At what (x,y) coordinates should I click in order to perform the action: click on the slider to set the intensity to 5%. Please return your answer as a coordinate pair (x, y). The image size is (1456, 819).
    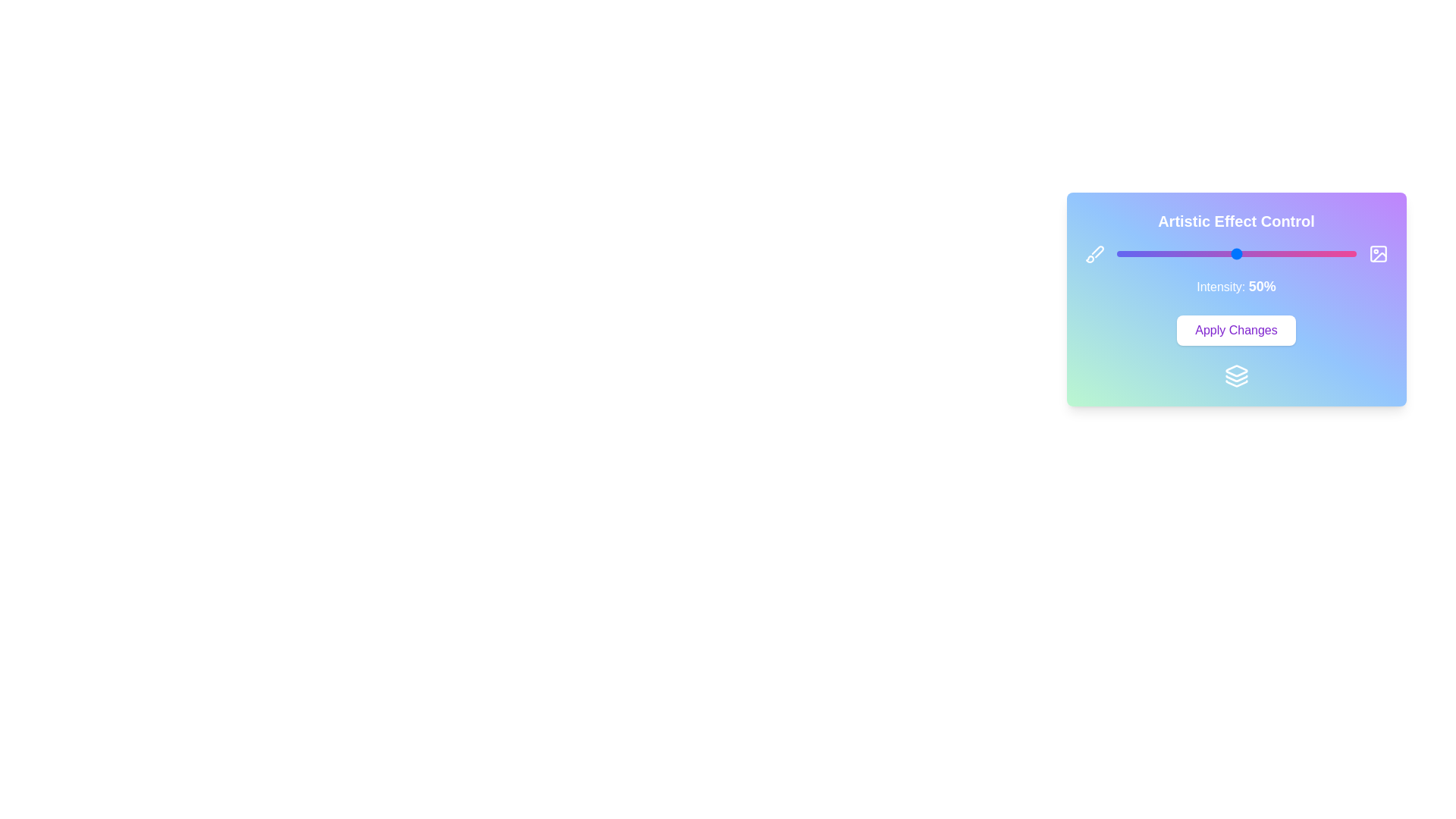
    Looking at the image, I should click on (1128, 253).